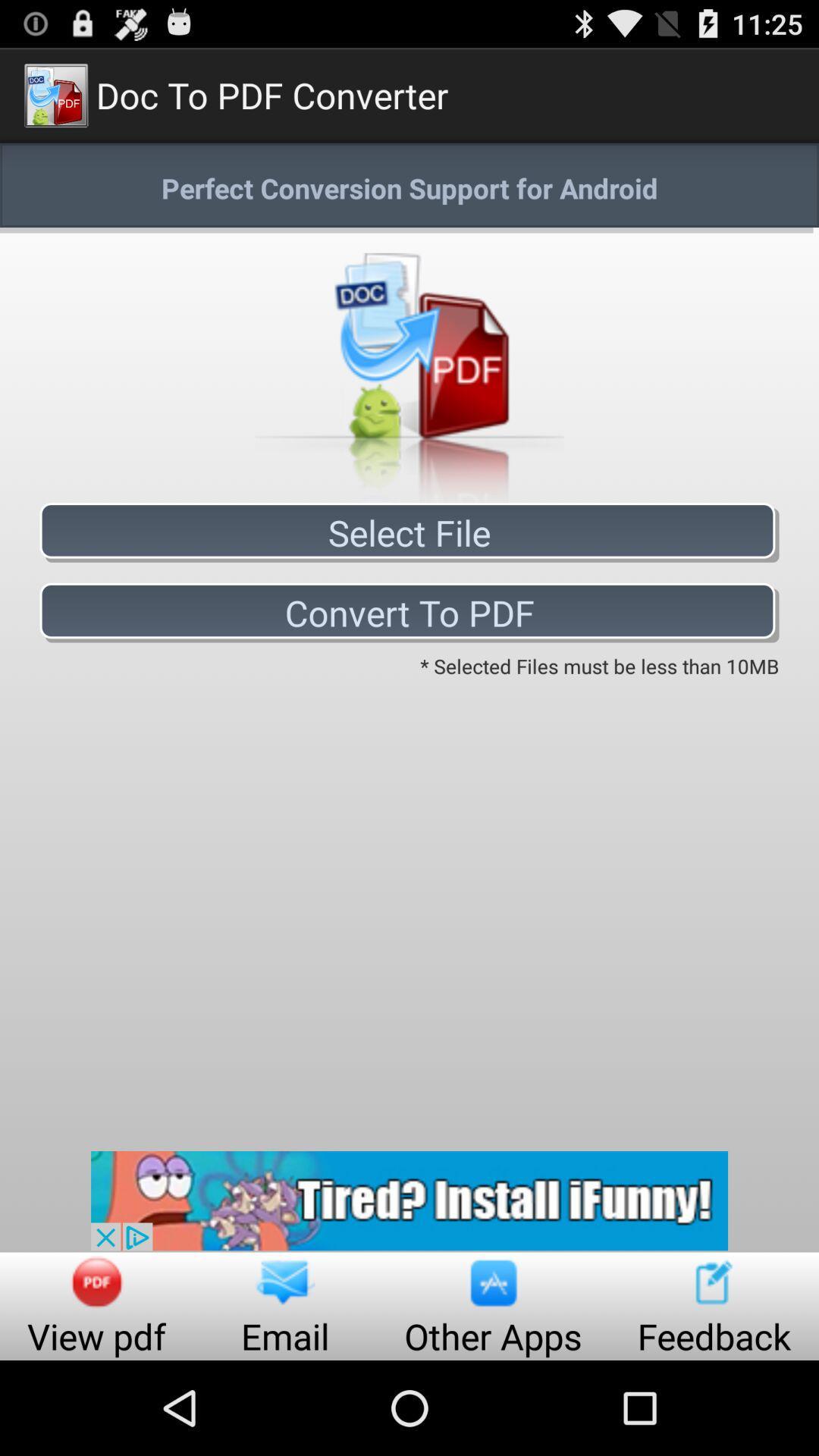  Describe the element at coordinates (409, 1200) in the screenshot. I see `tired install funny` at that location.